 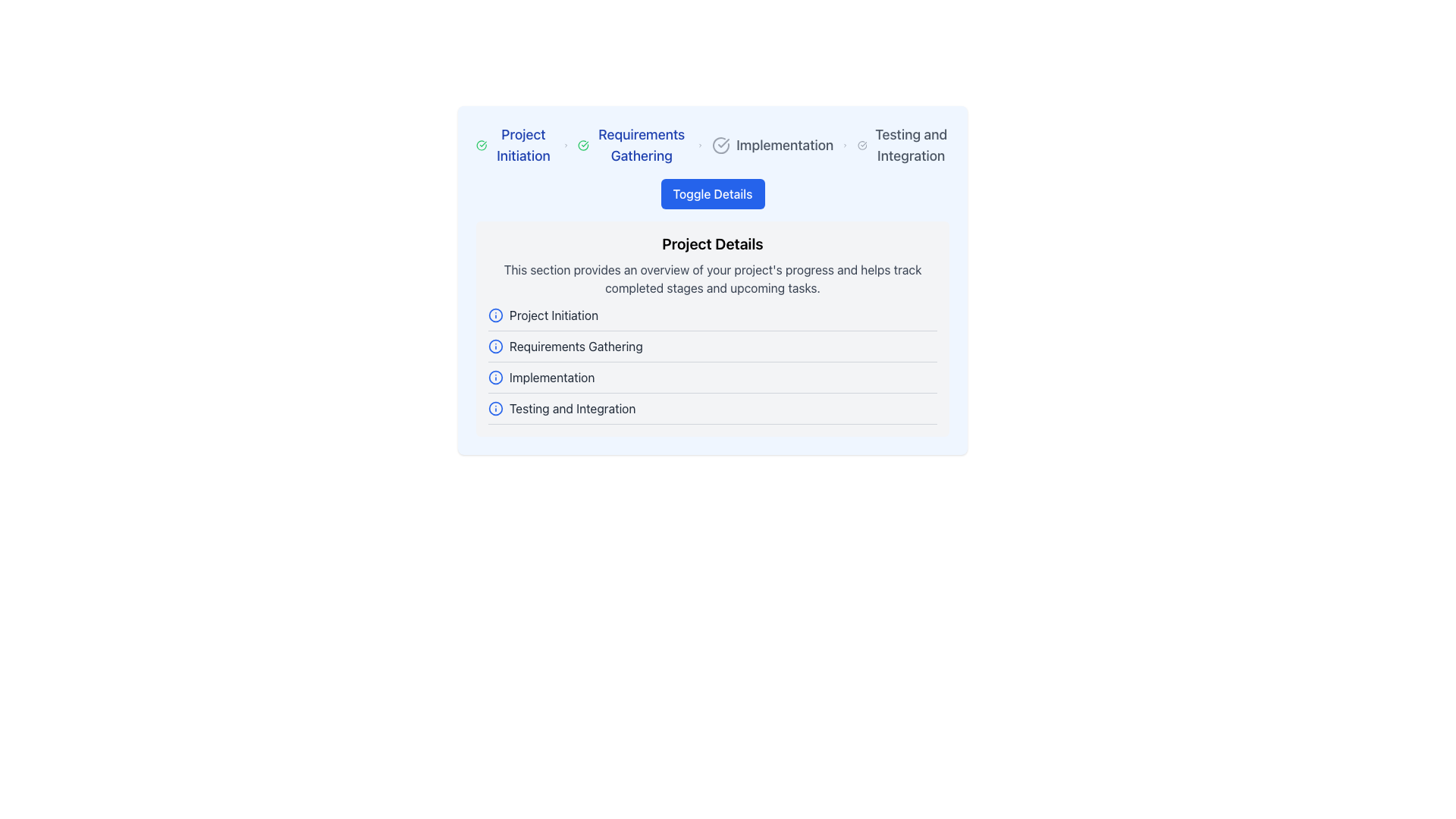 I want to click on SVG check icon styled with a green stroke located to the left of the text 'Project Initiation' by clicking on it, so click(x=481, y=146).